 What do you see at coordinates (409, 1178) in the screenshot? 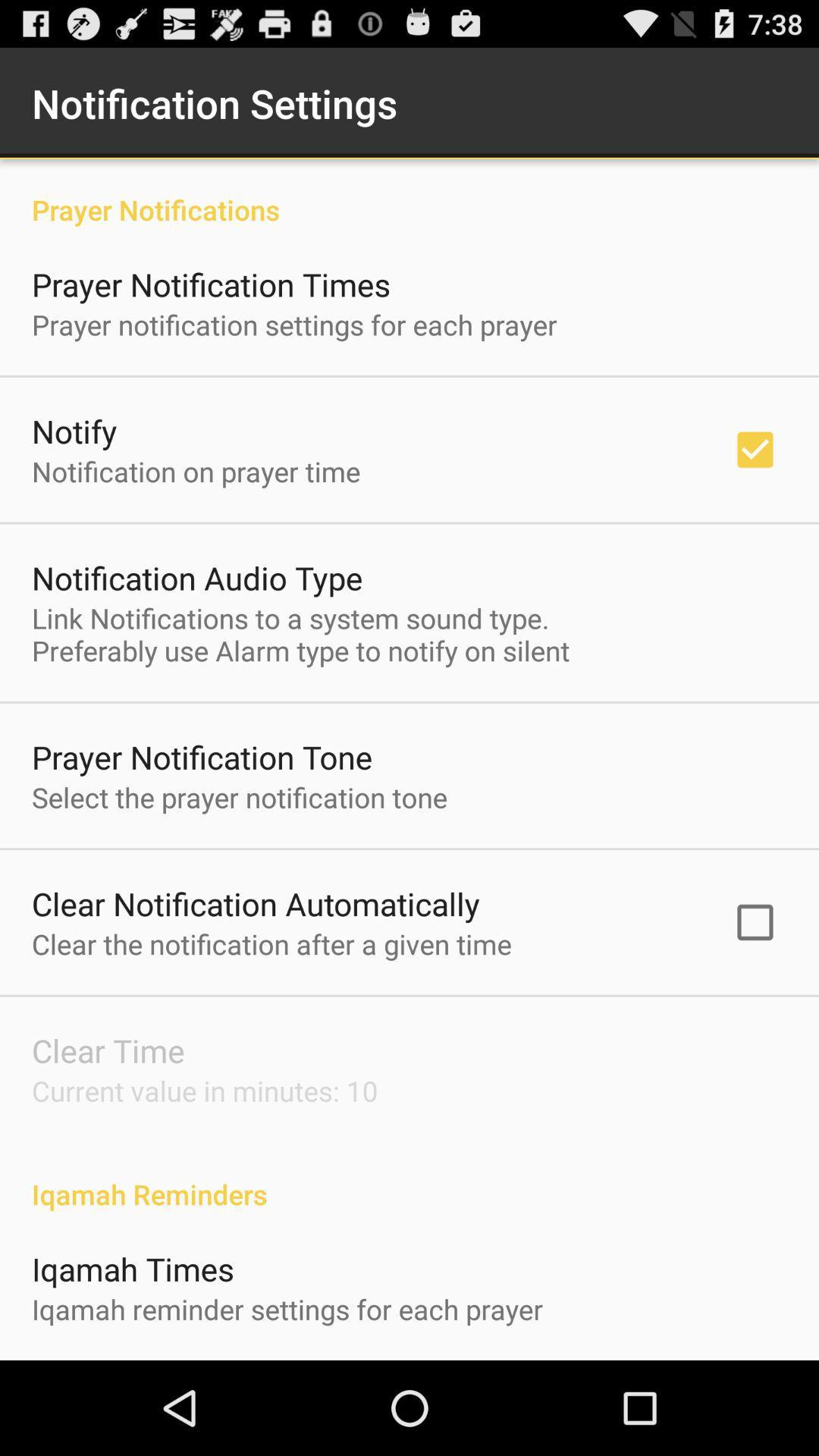
I see `the item above iqamah times` at bounding box center [409, 1178].